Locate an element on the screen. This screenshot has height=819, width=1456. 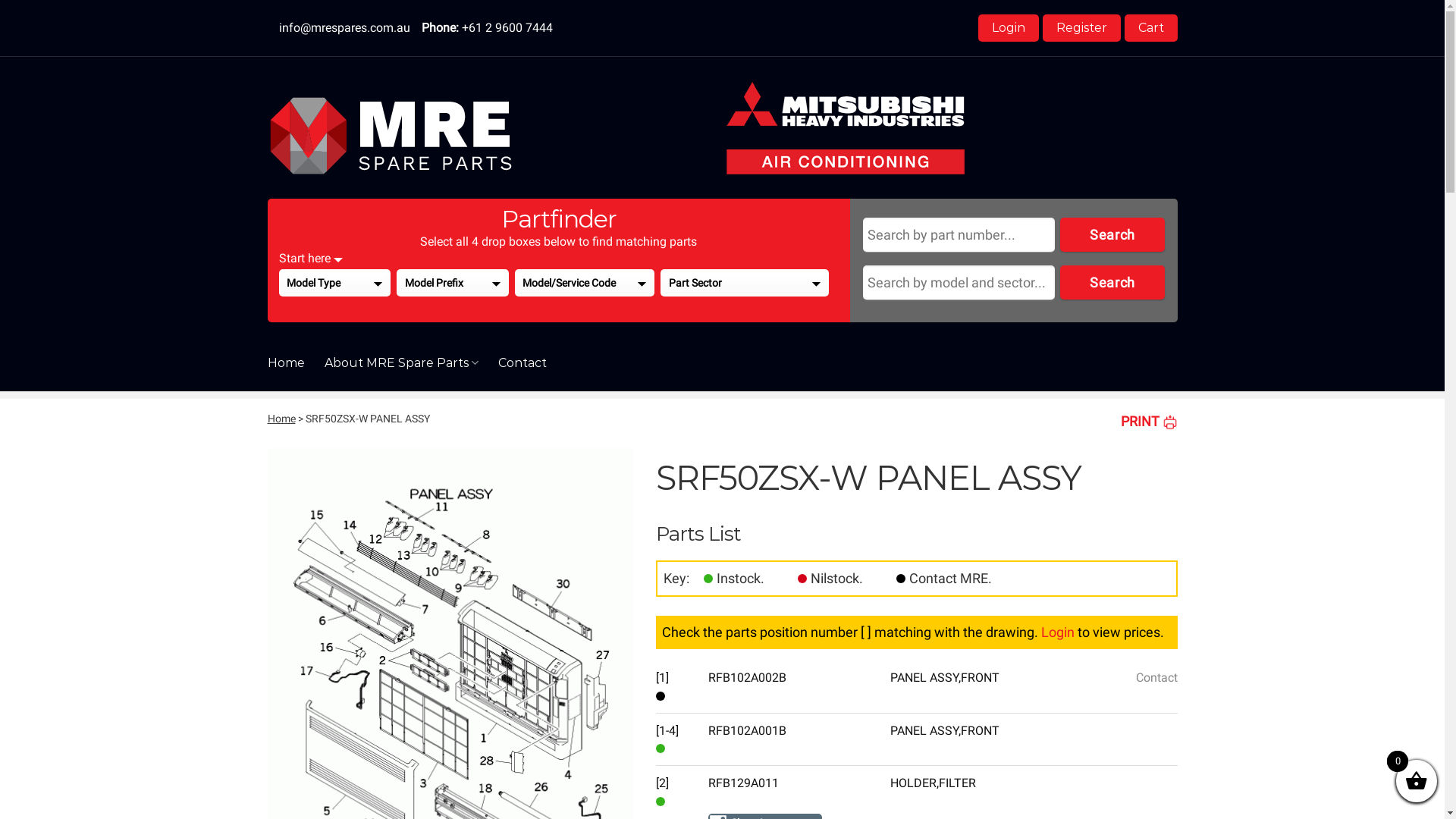
'Out of Stock' is located at coordinates (801, 579).